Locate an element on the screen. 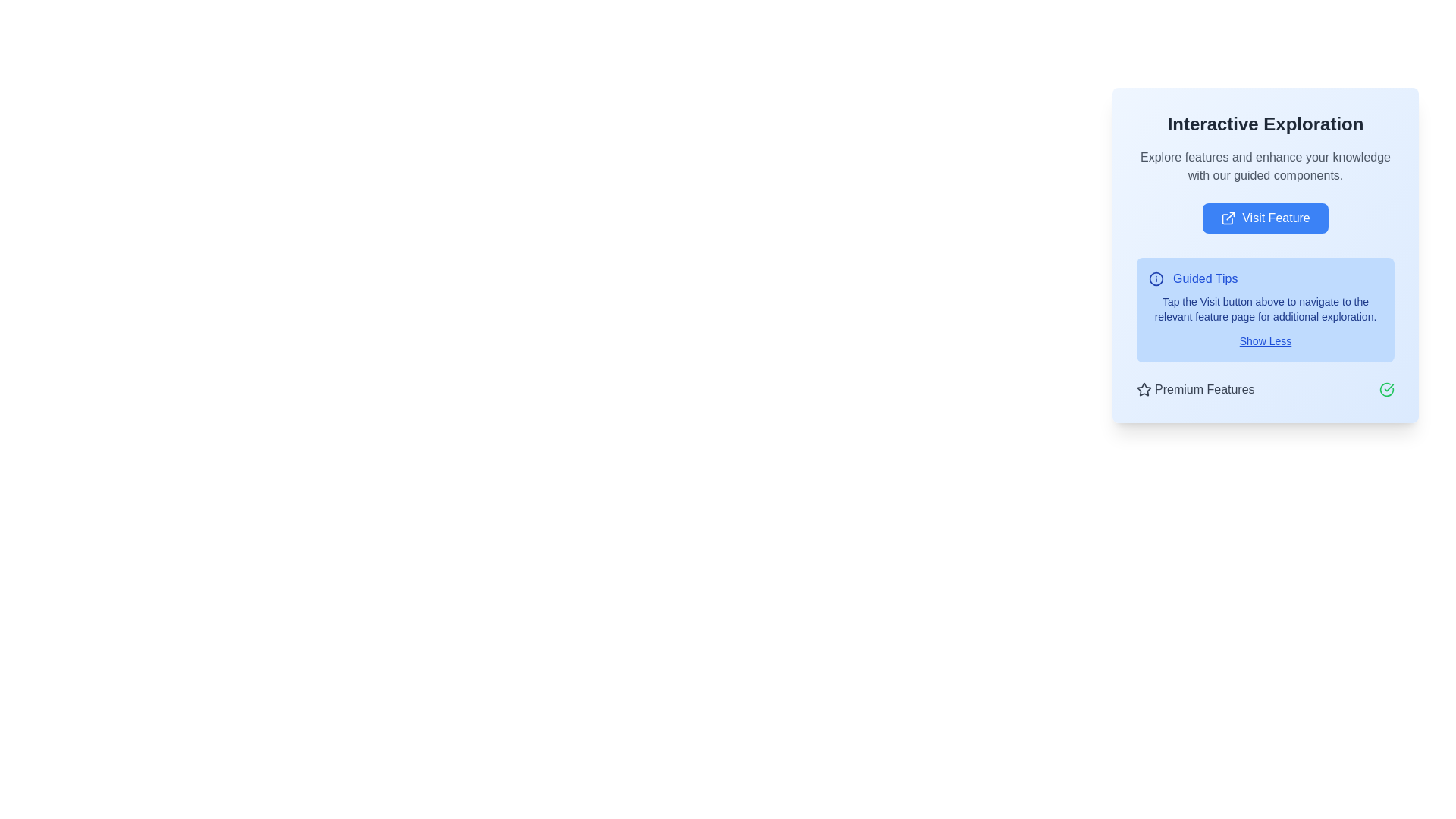  the 'Show Less' link located within the Information card titled 'Guided Tips' is located at coordinates (1266, 309).